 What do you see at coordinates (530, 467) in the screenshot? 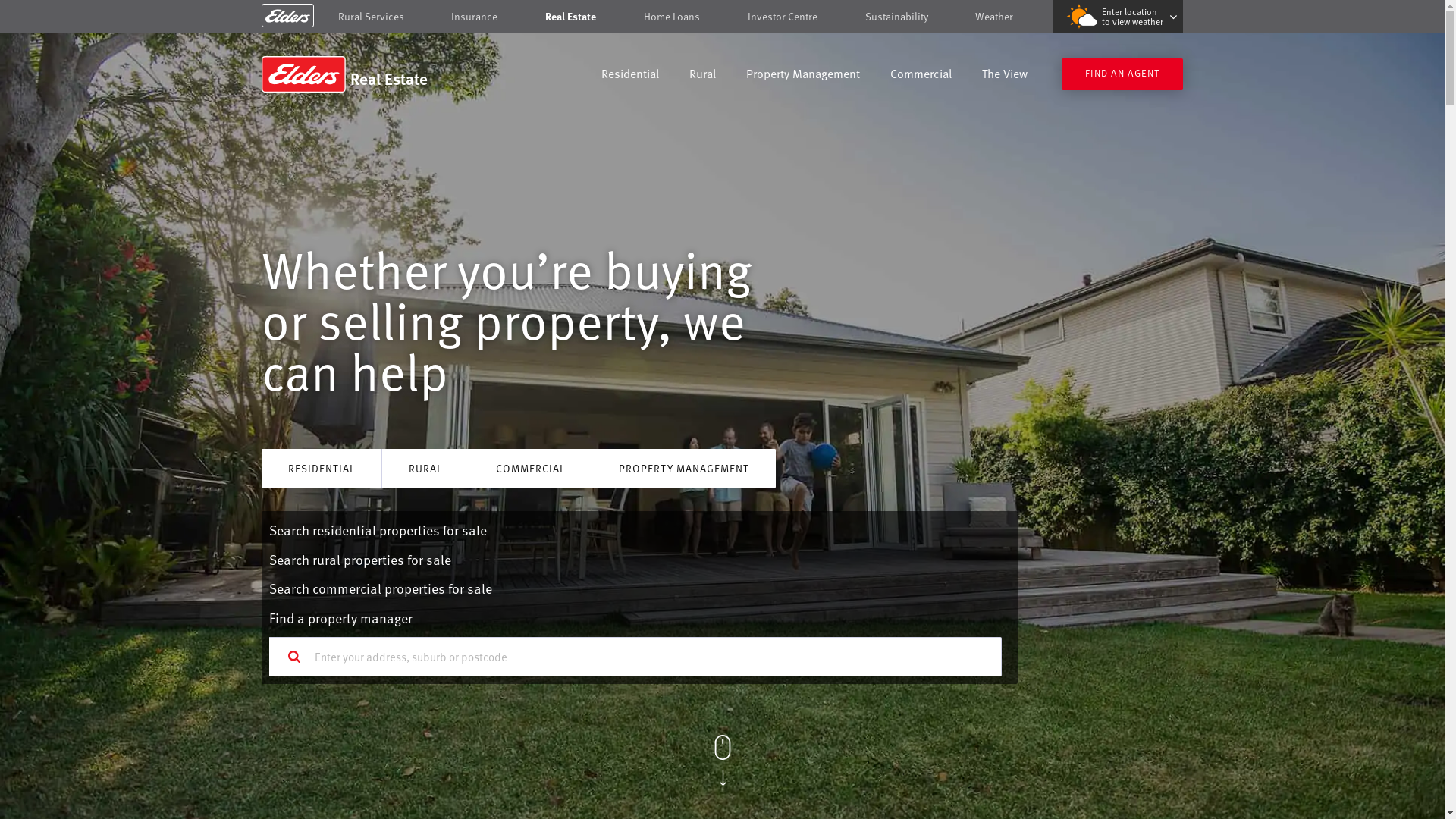
I see `'COMMERCIAL'` at bounding box center [530, 467].